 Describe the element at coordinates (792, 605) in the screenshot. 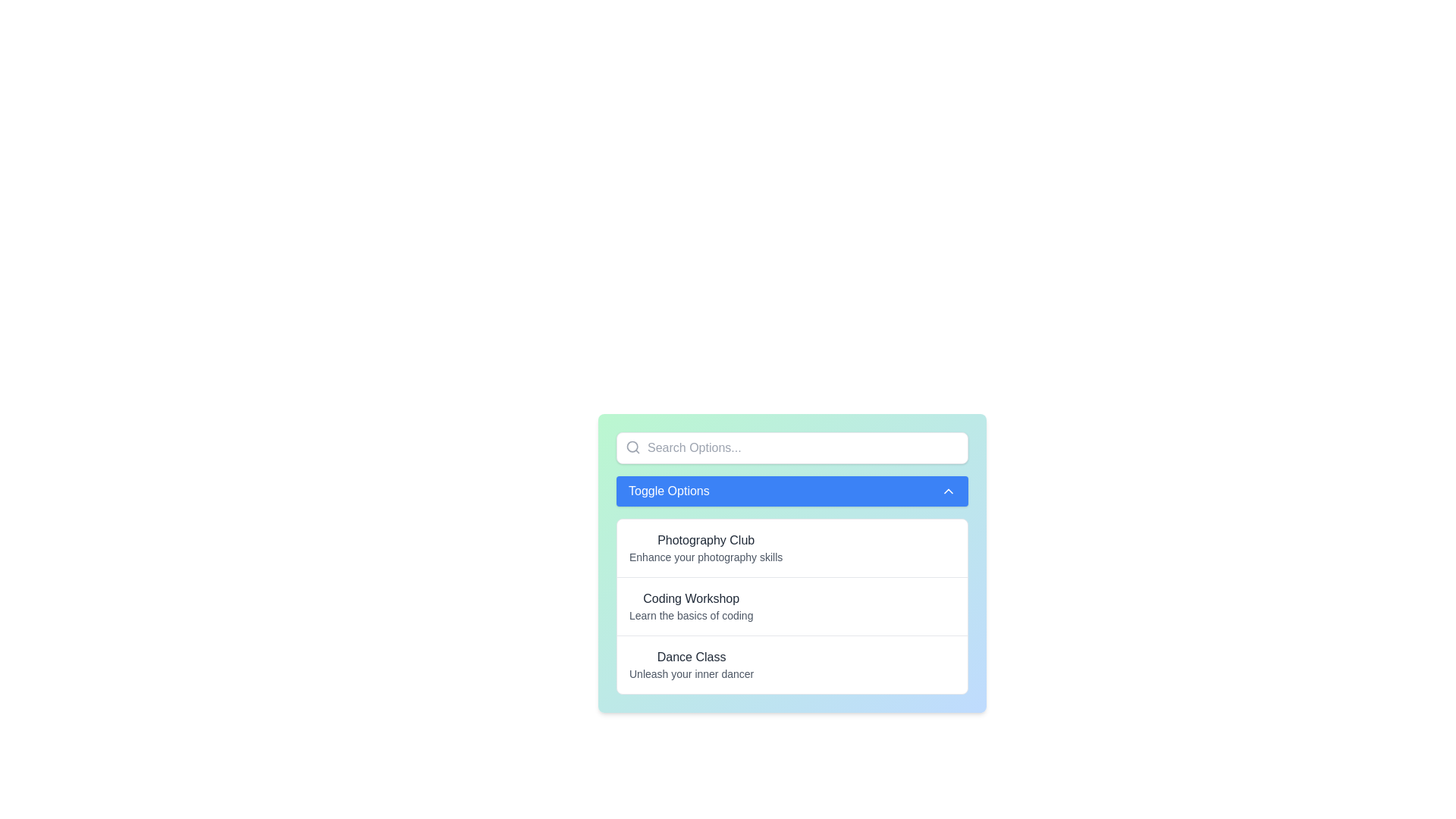

I see `the second item in the list, which contains a white background box with rounded corners, a thin border, and sections with titles and descriptions, located below the 'Photography Club' and above the 'Dance Class'` at that location.